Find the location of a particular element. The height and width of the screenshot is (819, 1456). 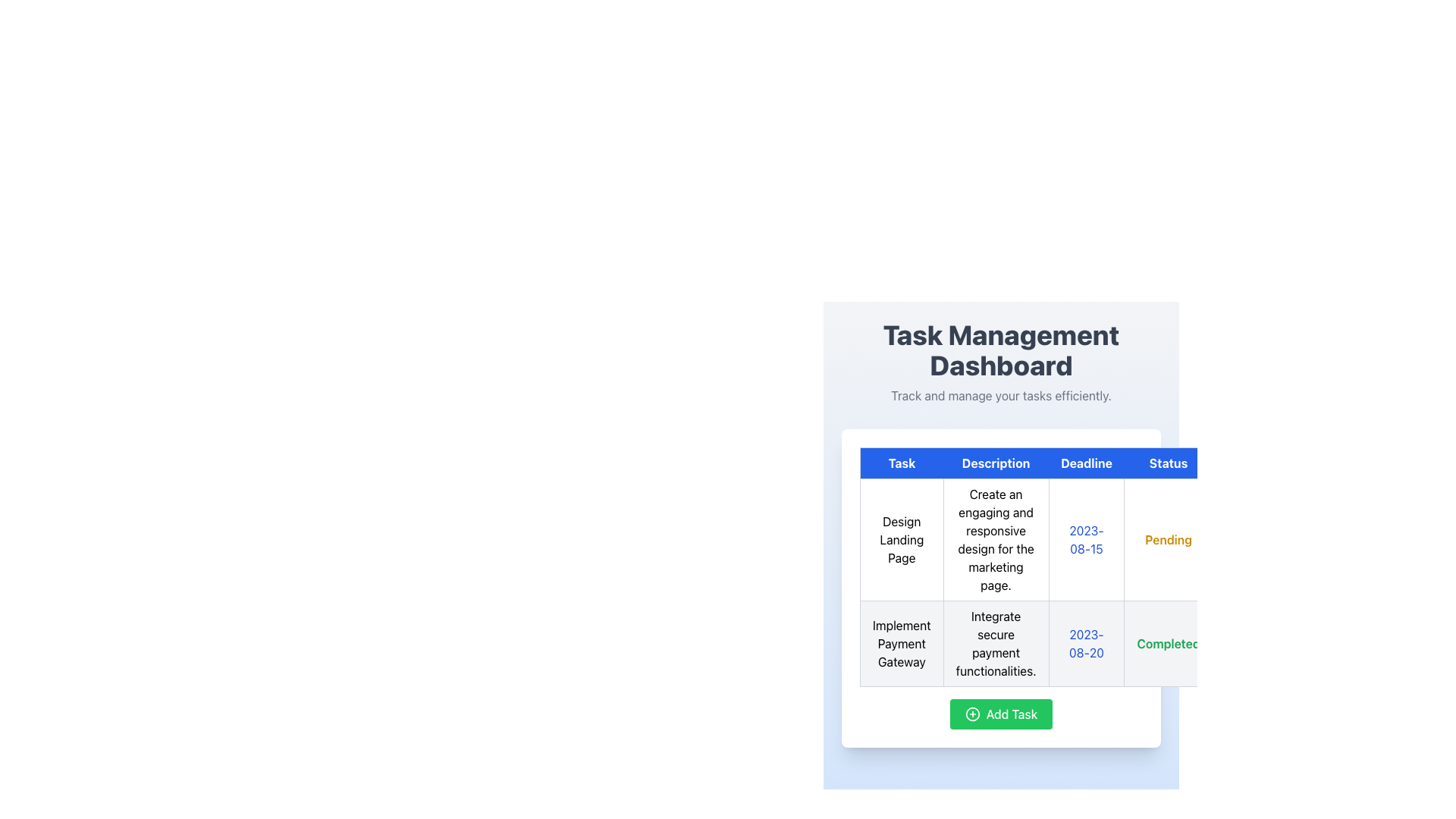

descriptive subtitle text located immediately beneath the 'Task Management Dashboard' title, which serves as an overview for the dashboard is located at coordinates (1001, 394).